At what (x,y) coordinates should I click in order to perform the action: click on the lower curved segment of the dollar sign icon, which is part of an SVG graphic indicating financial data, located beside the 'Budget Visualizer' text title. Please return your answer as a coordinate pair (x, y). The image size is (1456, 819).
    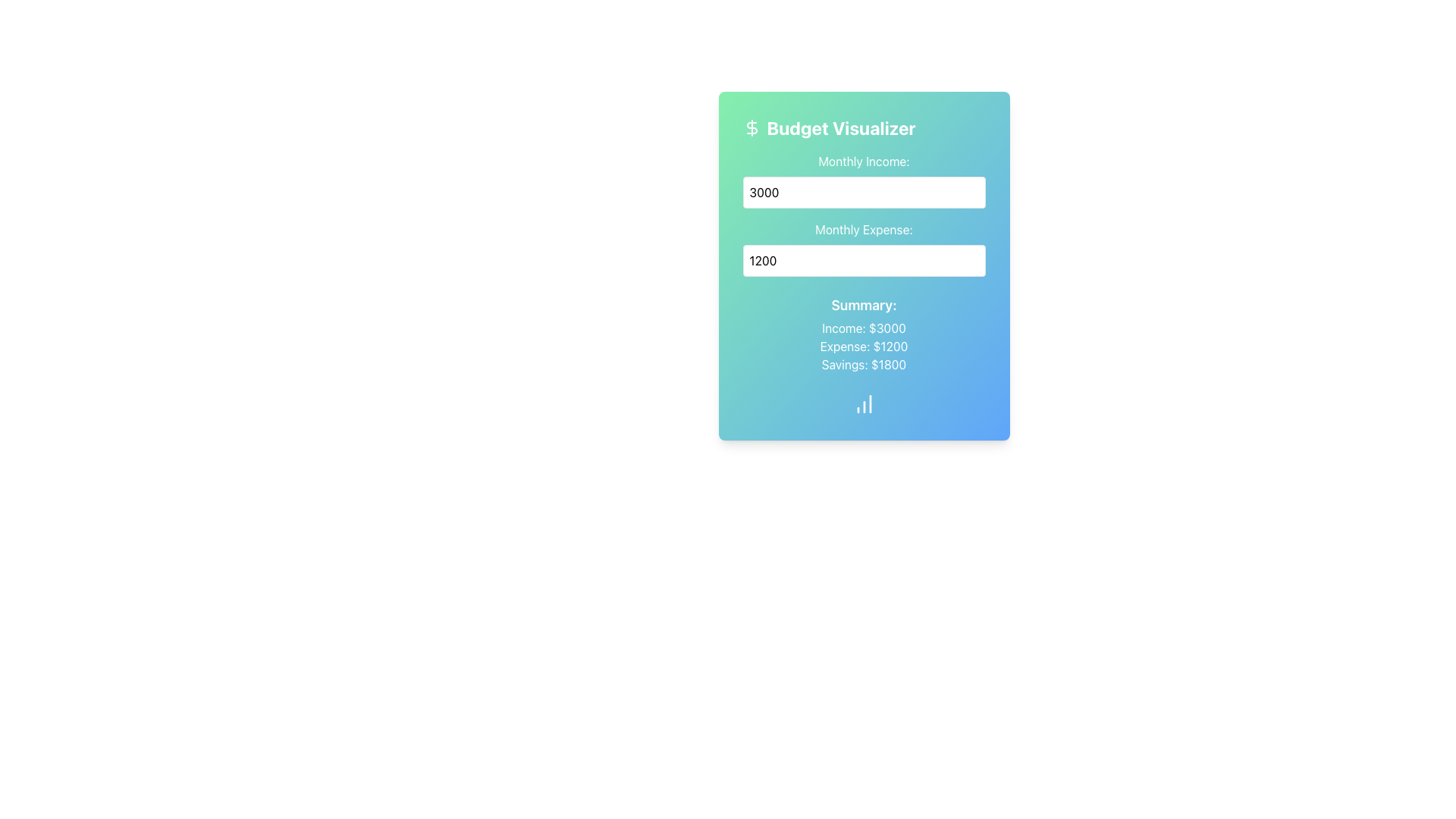
    Looking at the image, I should click on (752, 127).